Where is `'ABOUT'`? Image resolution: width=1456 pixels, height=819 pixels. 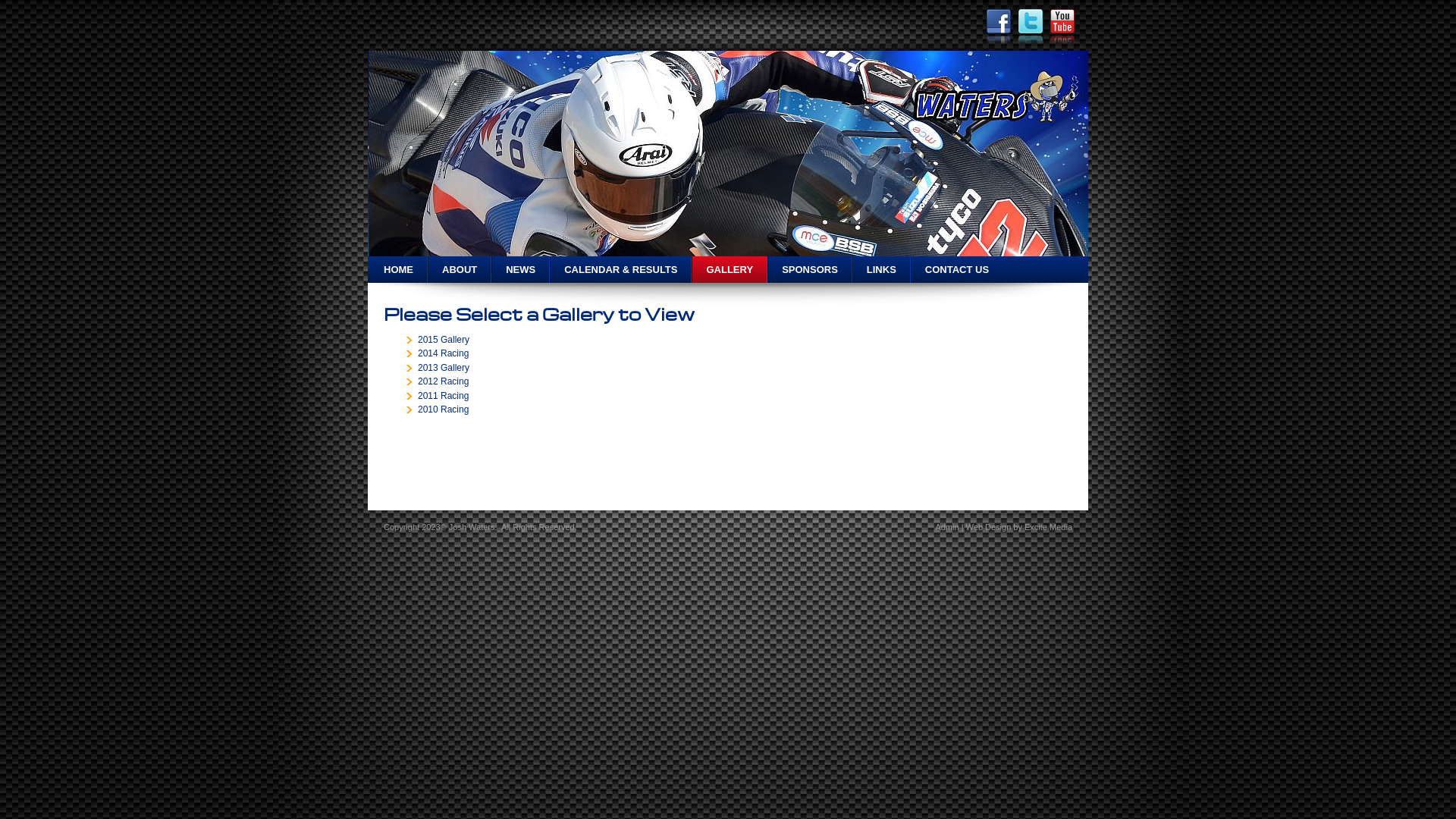 'ABOUT' is located at coordinates (458, 268).